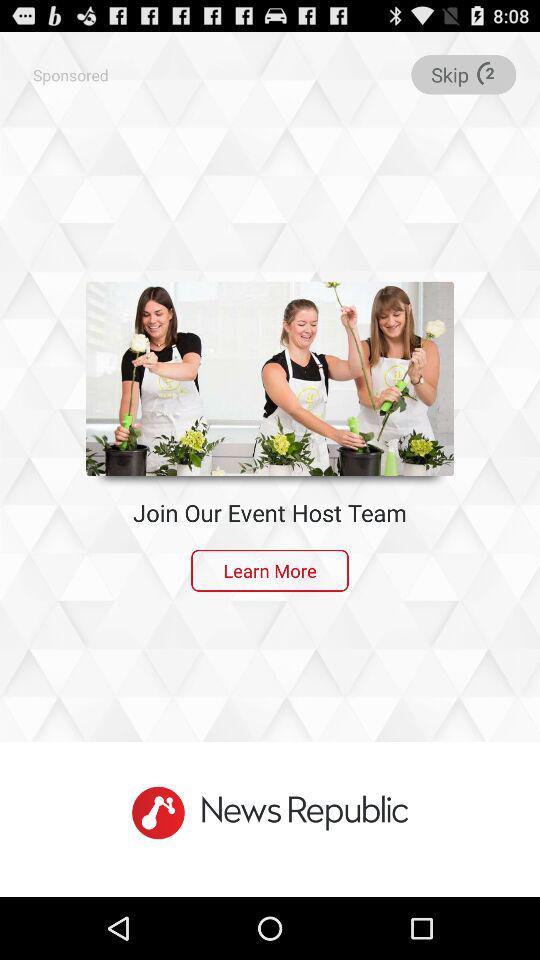 This screenshot has height=960, width=540. I want to click on image, so click(270, 377).